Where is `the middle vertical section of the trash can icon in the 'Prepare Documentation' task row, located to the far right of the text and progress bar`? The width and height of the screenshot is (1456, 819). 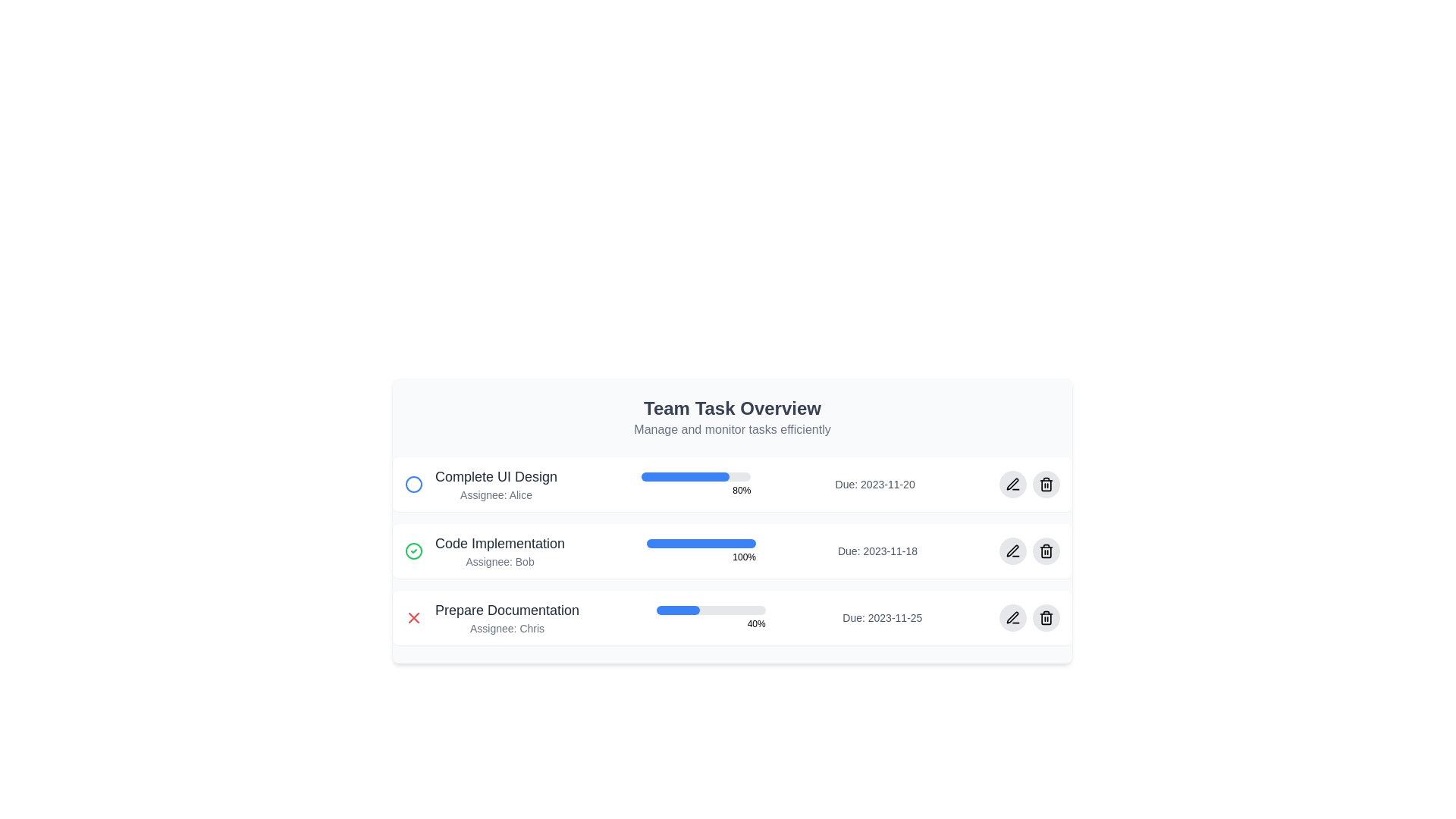
the middle vertical section of the trash can icon in the 'Prepare Documentation' task row, located to the far right of the text and progress bar is located at coordinates (1045, 619).